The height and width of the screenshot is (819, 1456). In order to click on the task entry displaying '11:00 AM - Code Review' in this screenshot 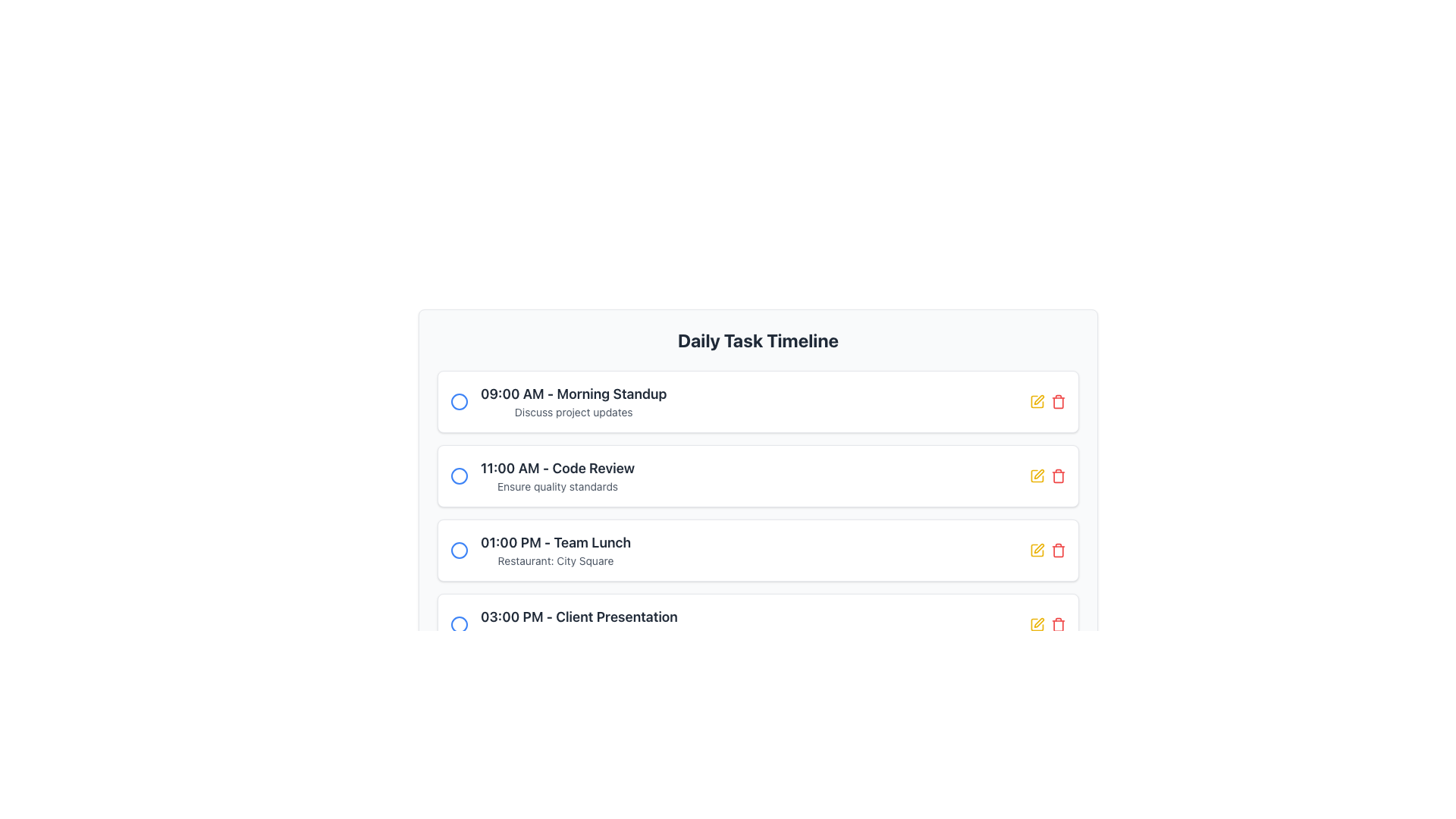, I will do `click(557, 475)`.